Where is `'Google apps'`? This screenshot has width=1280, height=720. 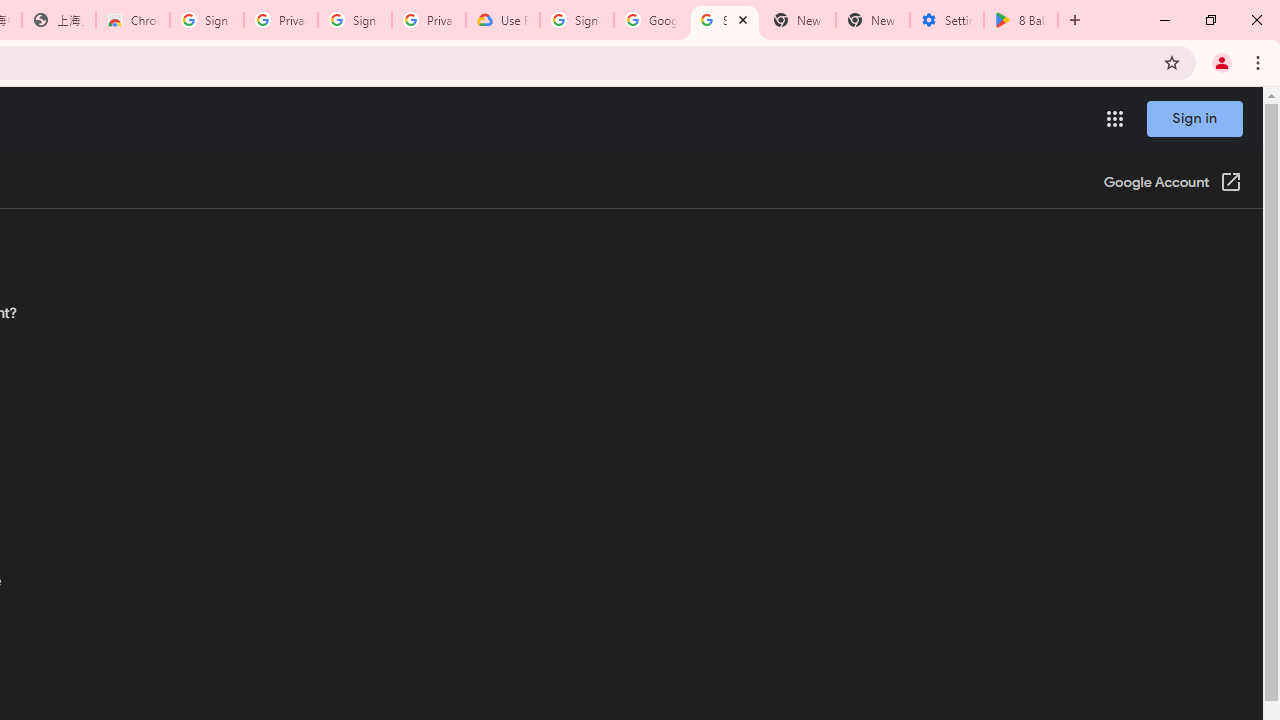 'Google apps' is located at coordinates (1113, 119).